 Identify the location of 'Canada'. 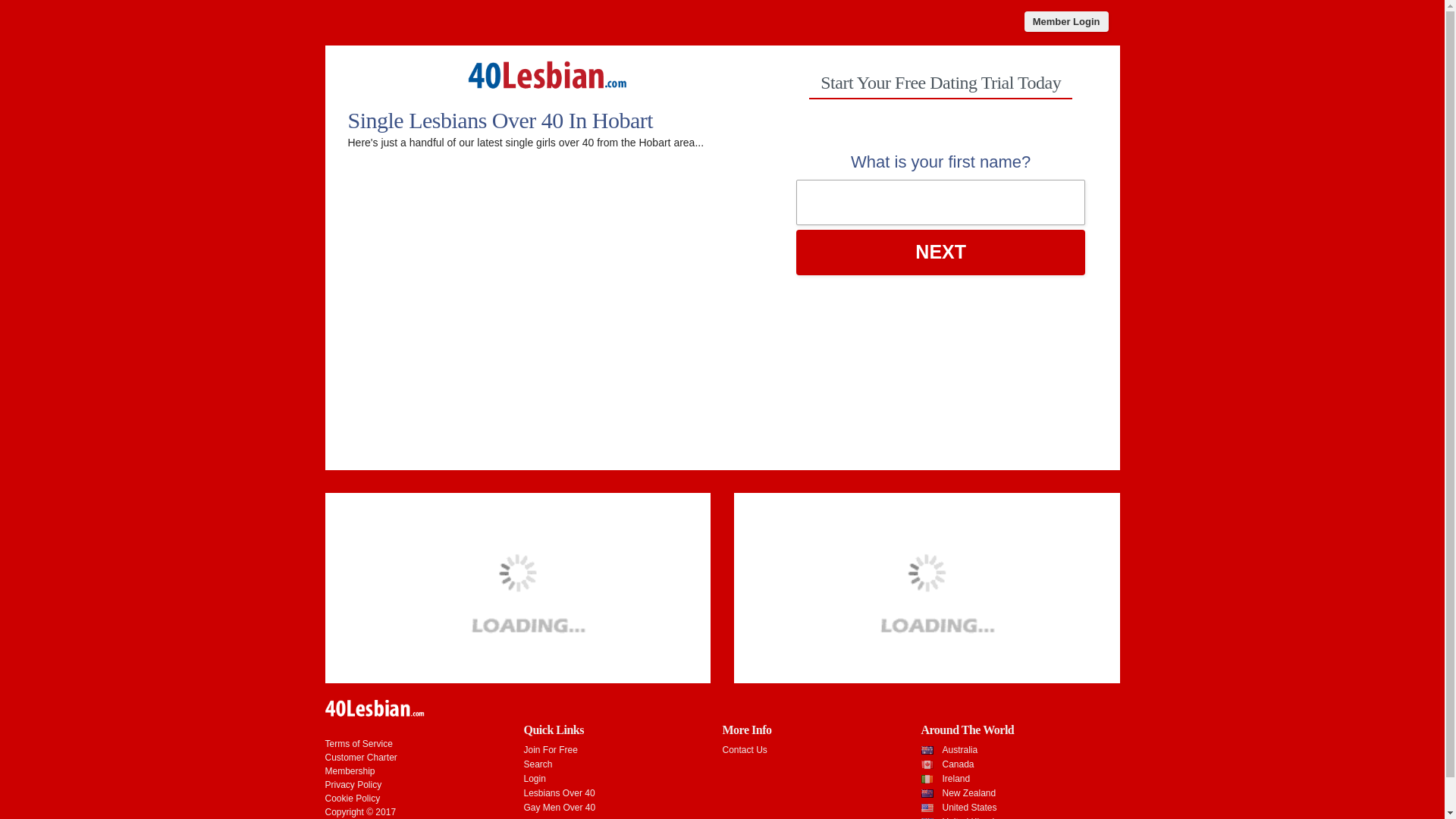
(956, 764).